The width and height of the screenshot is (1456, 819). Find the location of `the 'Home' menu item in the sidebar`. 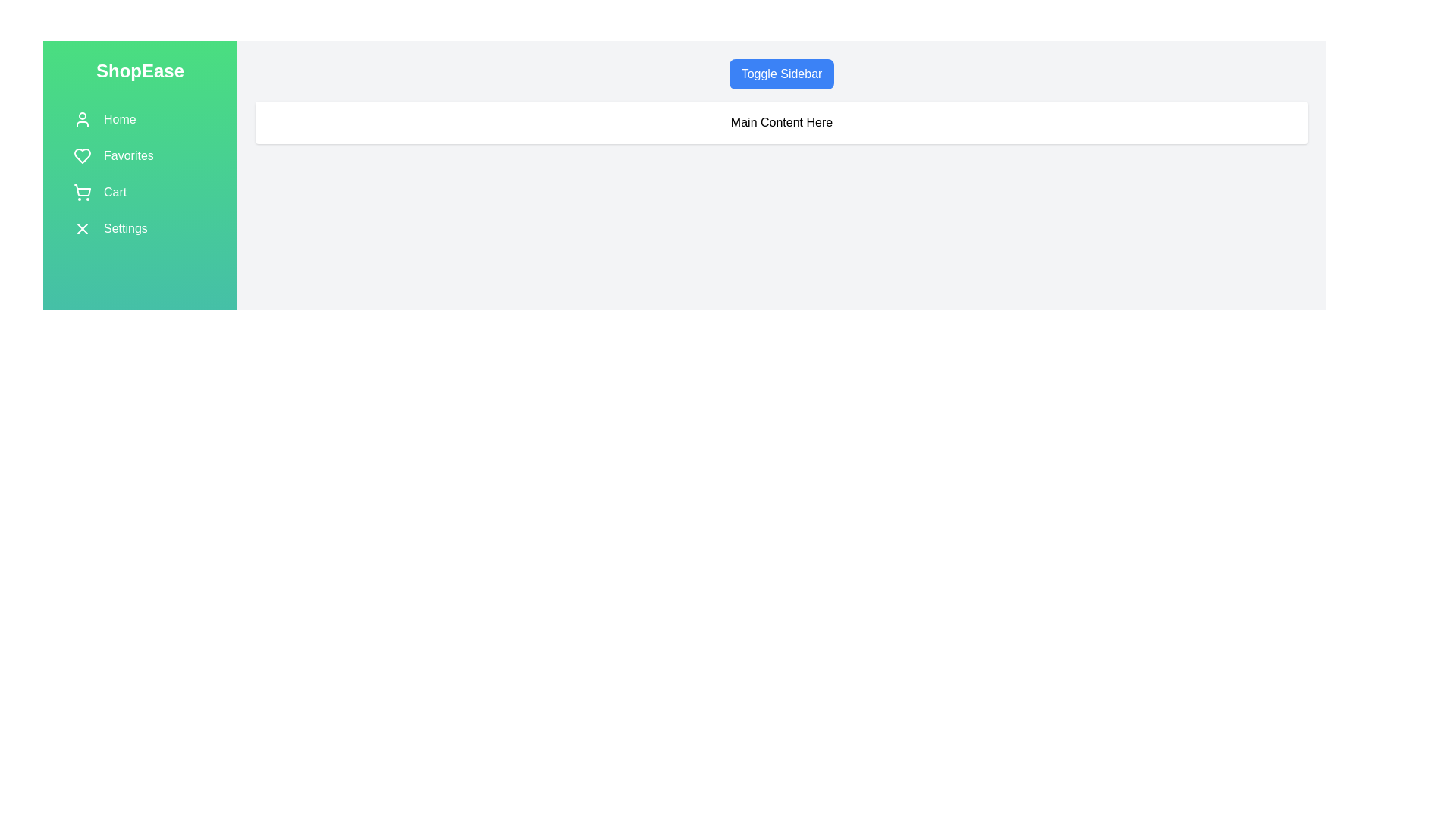

the 'Home' menu item in the sidebar is located at coordinates (140, 119).